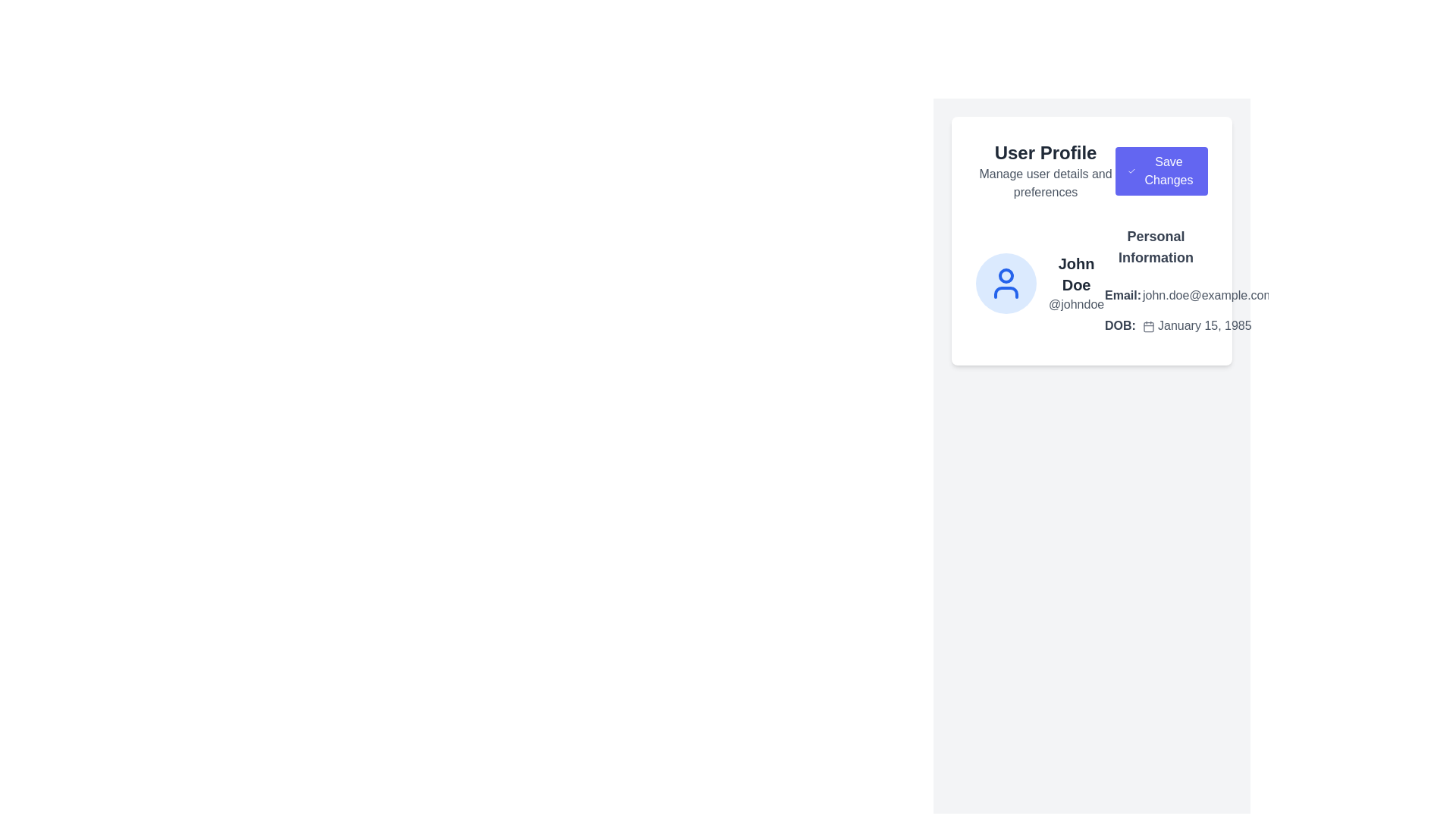 The width and height of the screenshot is (1456, 819). What do you see at coordinates (1207, 325) in the screenshot?
I see `the date of birth text element located in the bottom right of the 'Personal Information' card, which is positioned immediately to the right of the 'DOB:' label` at bounding box center [1207, 325].